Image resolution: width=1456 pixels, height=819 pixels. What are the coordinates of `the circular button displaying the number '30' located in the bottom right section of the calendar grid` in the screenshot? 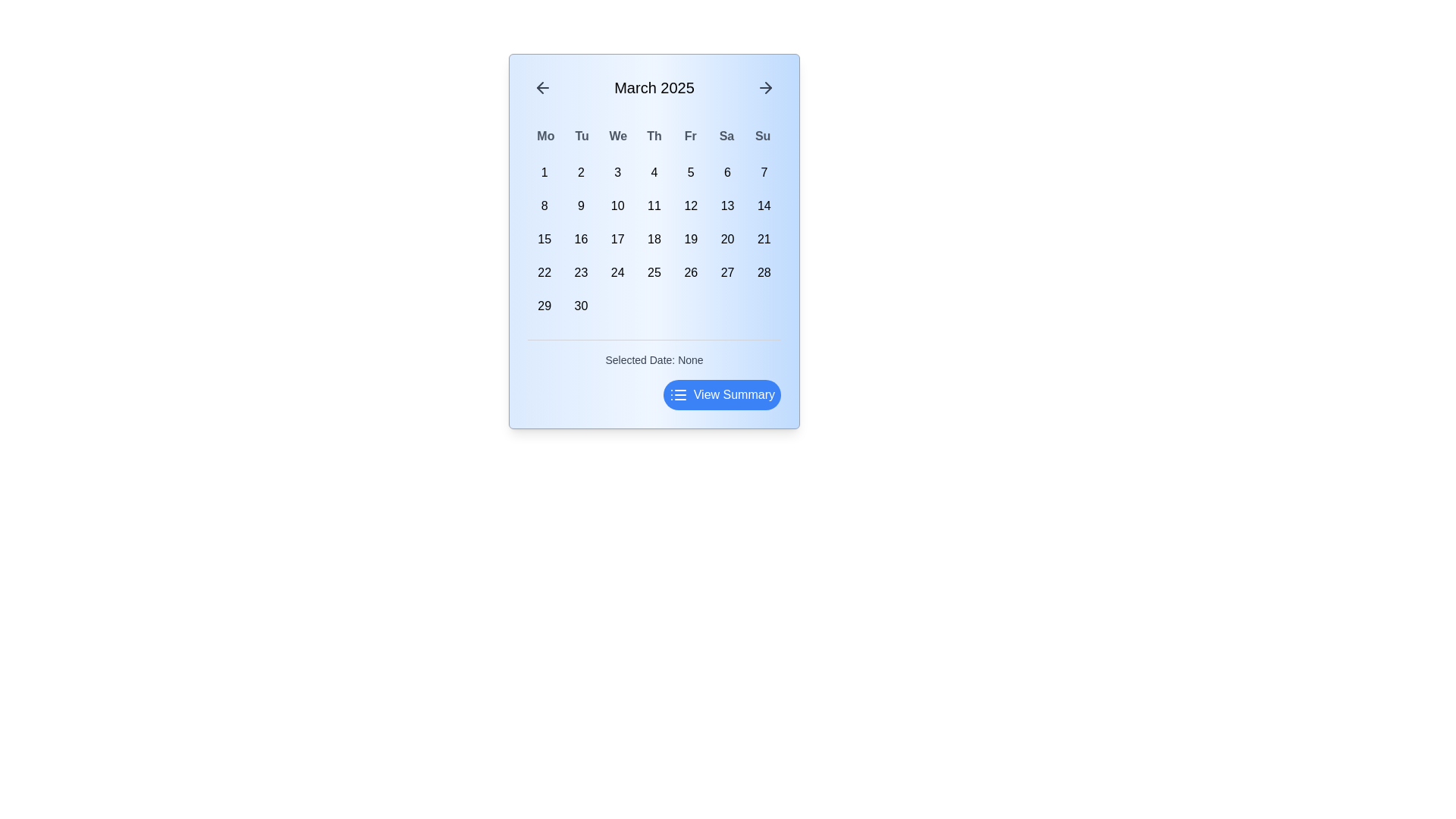 It's located at (580, 306).